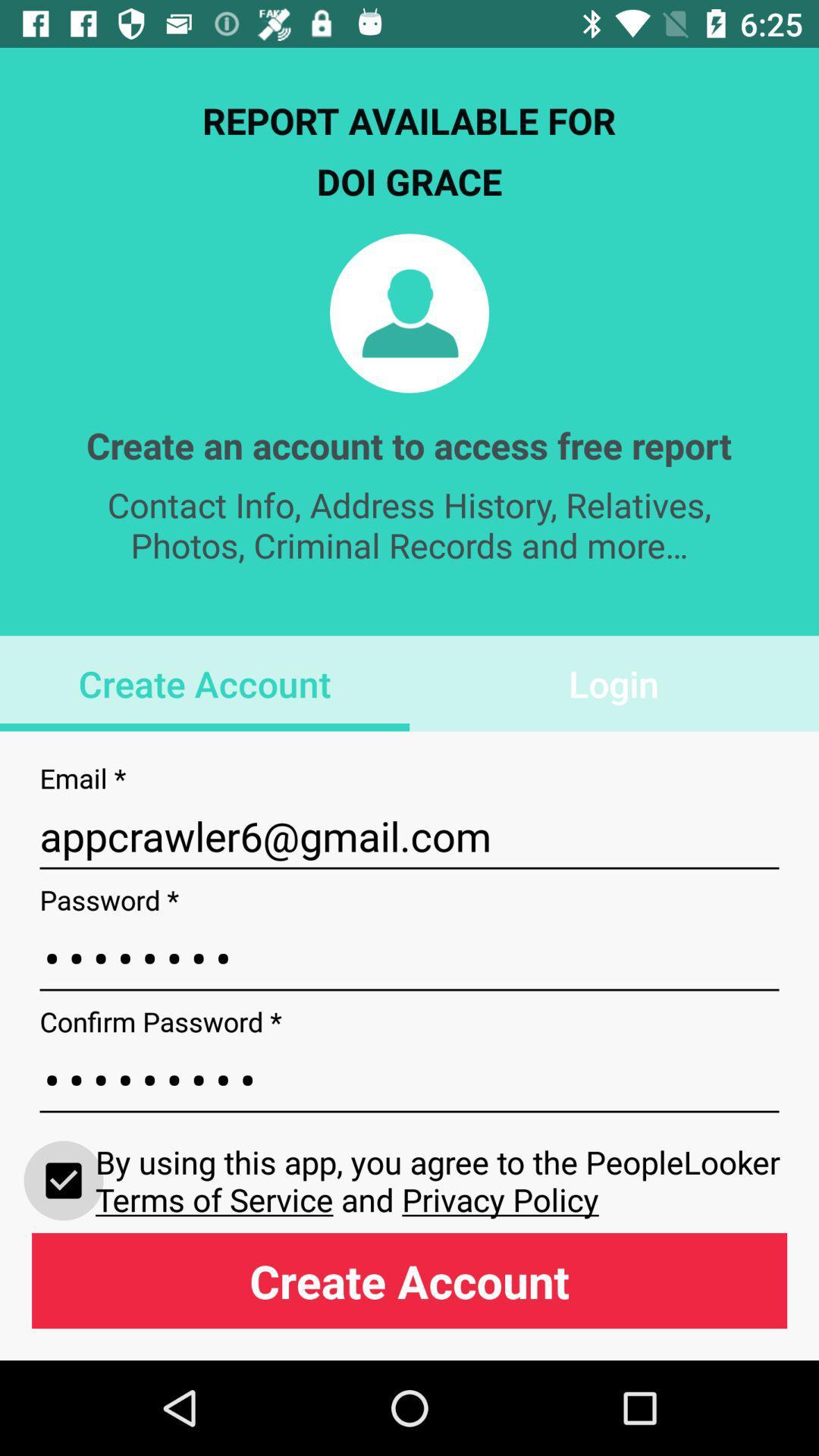  I want to click on appcrawler6@gmail.com, so click(409, 836).